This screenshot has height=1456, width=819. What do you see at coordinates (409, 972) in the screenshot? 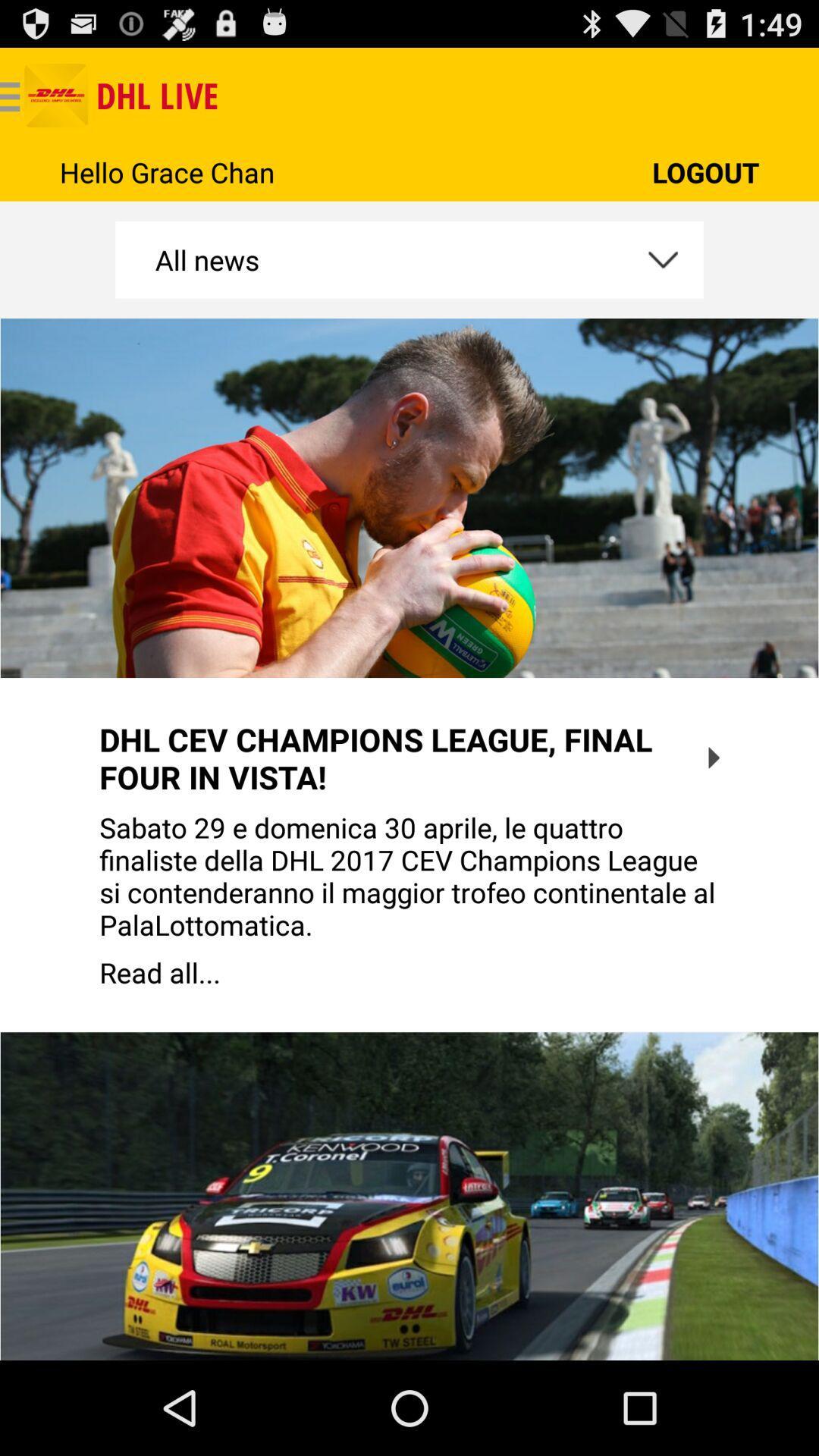
I see `the item below the sabato 29 e` at bounding box center [409, 972].